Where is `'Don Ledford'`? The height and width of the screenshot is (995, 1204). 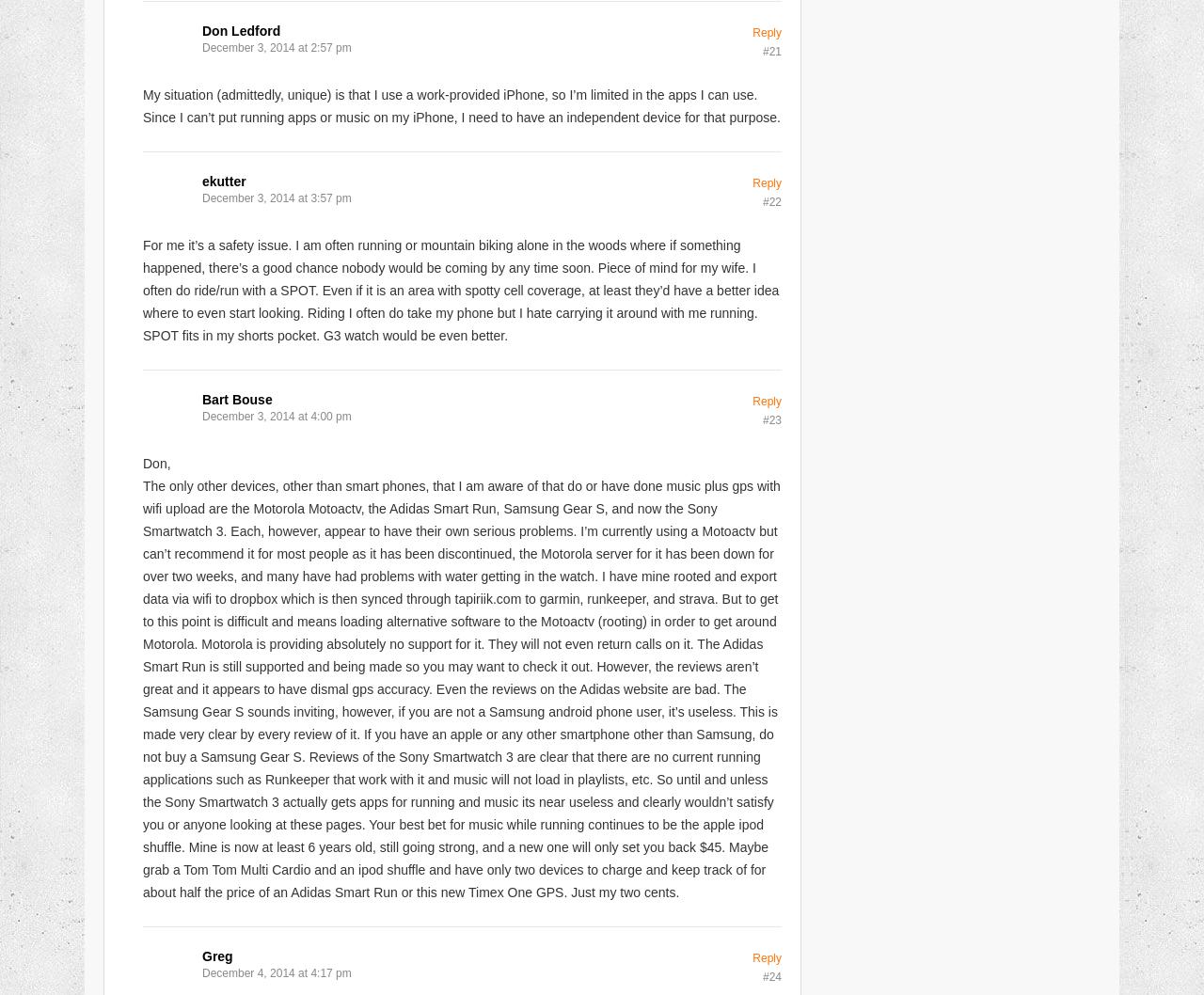
'Don Ledford' is located at coordinates (240, 29).